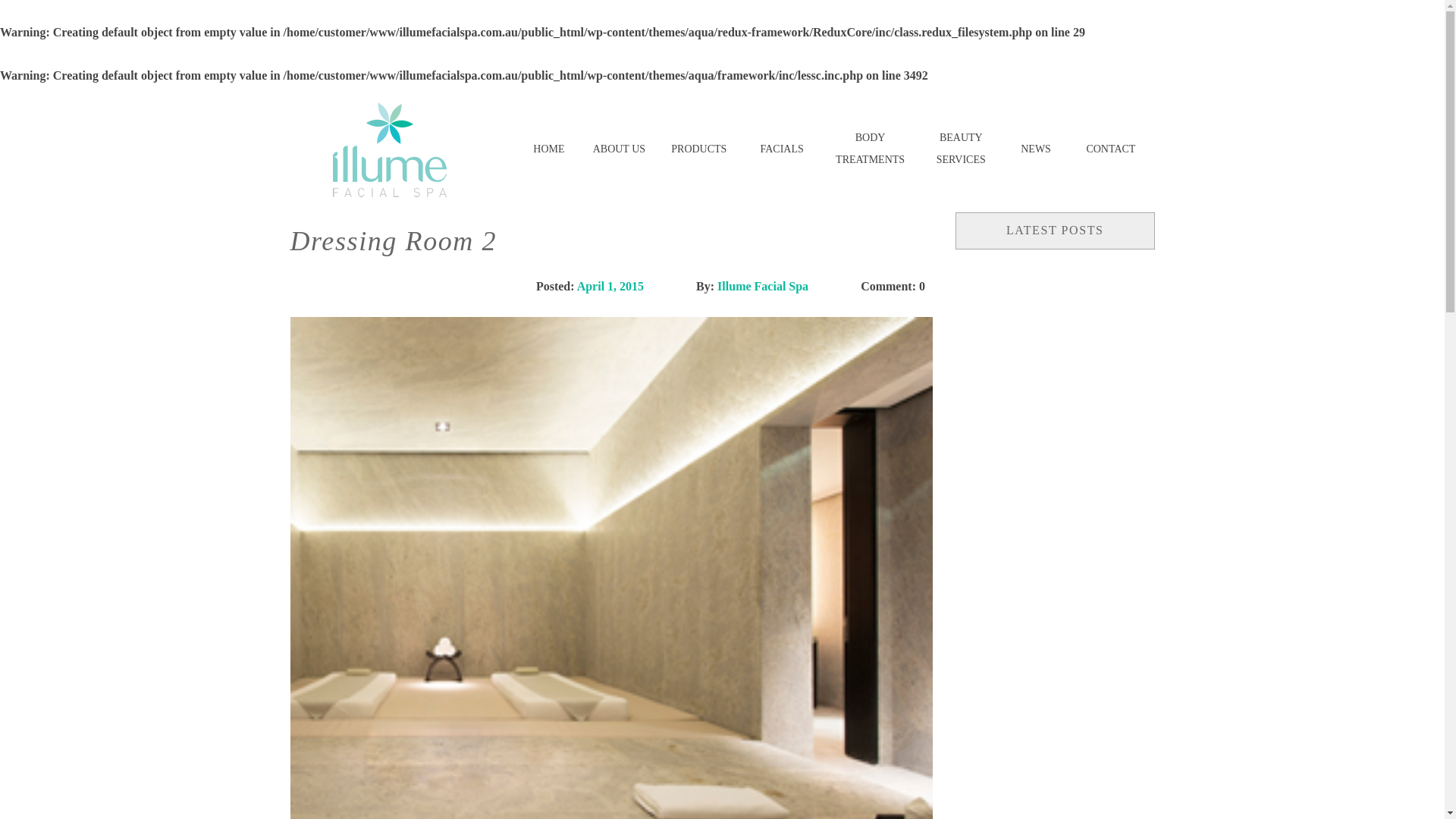 The image size is (1456, 819). Describe the element at coordinates (919, 149) in the screenshot. I see `'BEAUTY SERVICES'` at that location.